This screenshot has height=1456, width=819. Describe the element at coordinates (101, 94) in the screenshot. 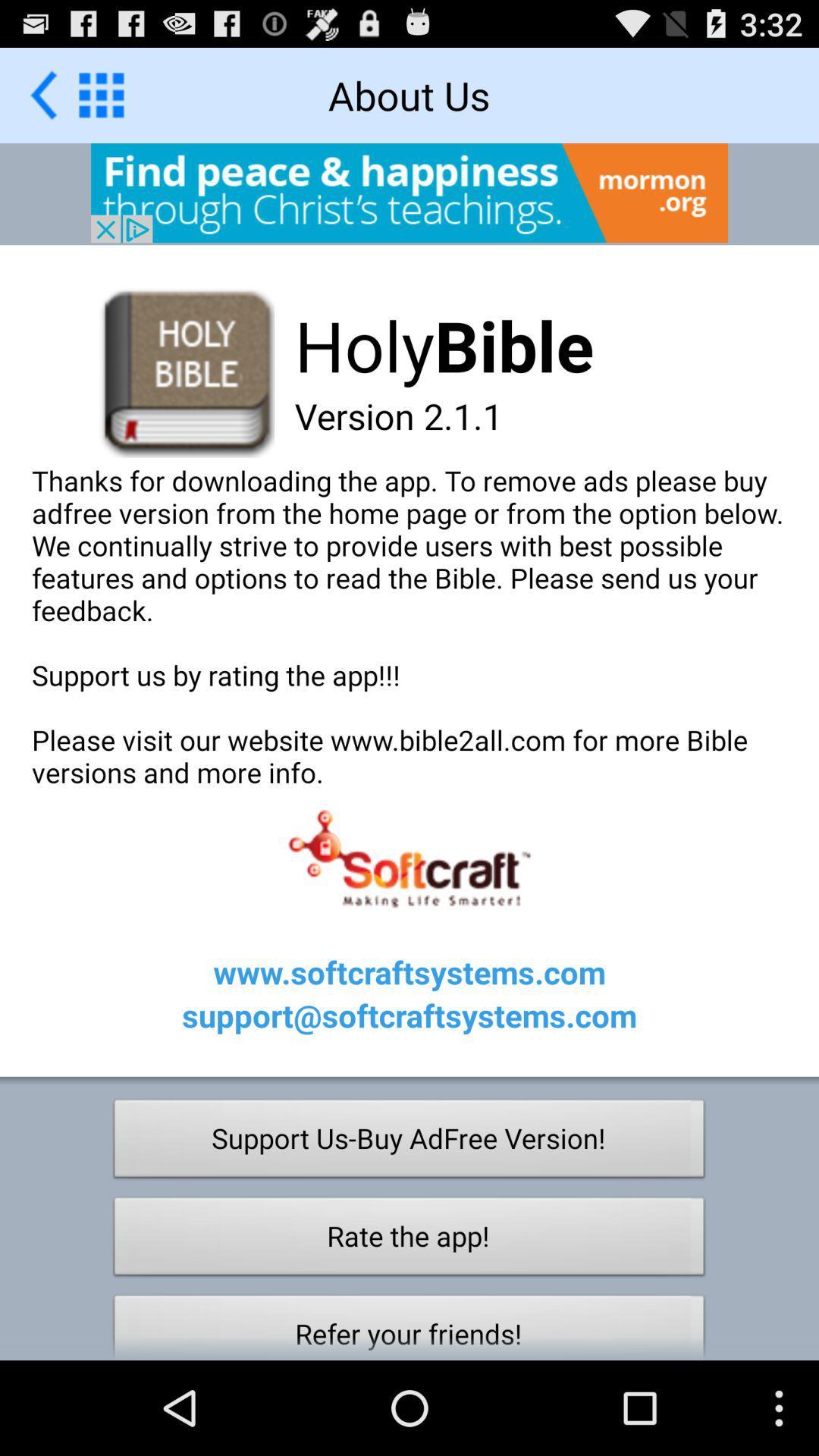

I see `see more options` at that location.